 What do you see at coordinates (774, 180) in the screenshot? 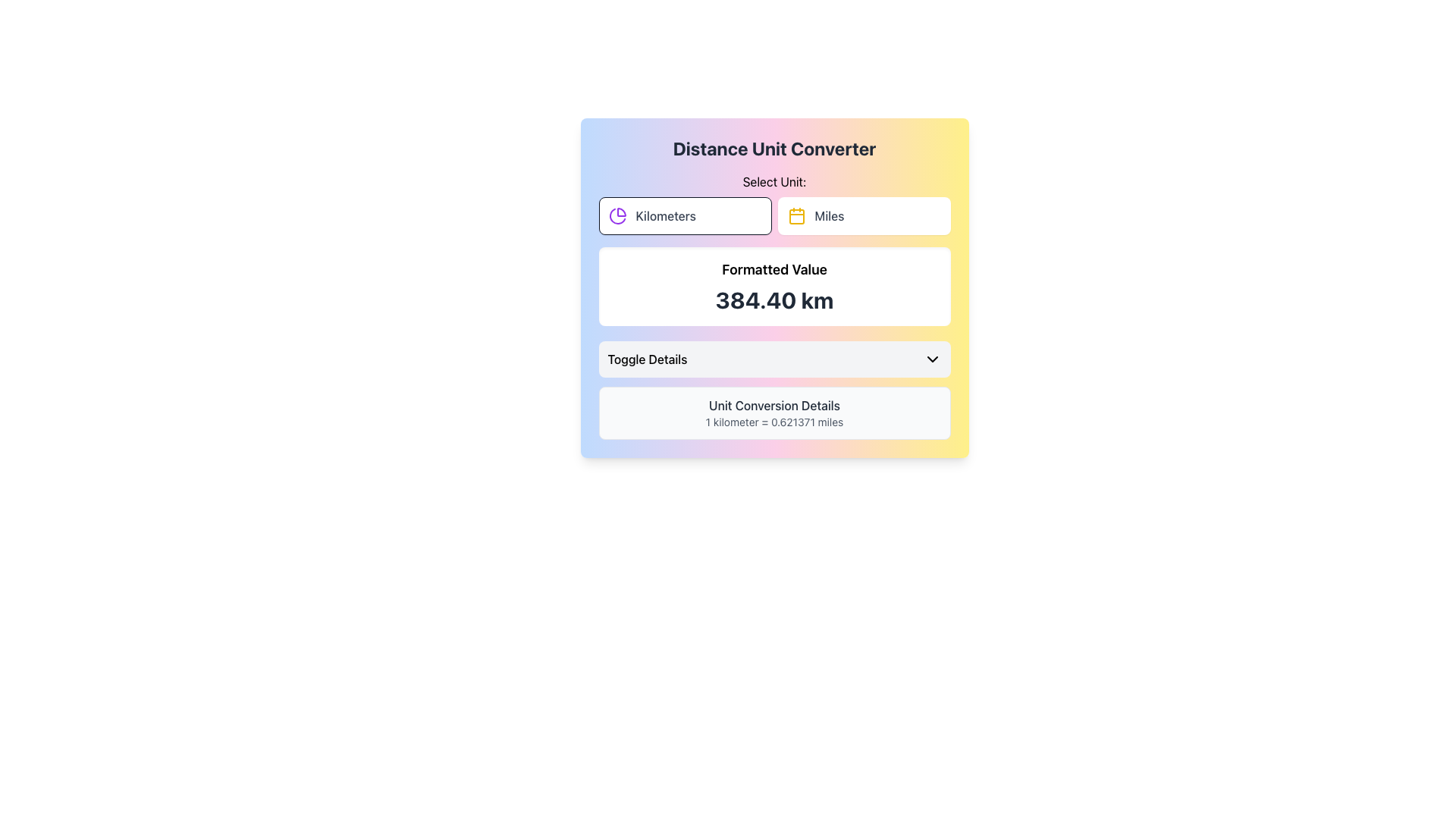
I see `the text label that serves as a header for the unit selection section, located above the 'Kilometers' and 'Miles' buttons` at bounding box center [774, 180].